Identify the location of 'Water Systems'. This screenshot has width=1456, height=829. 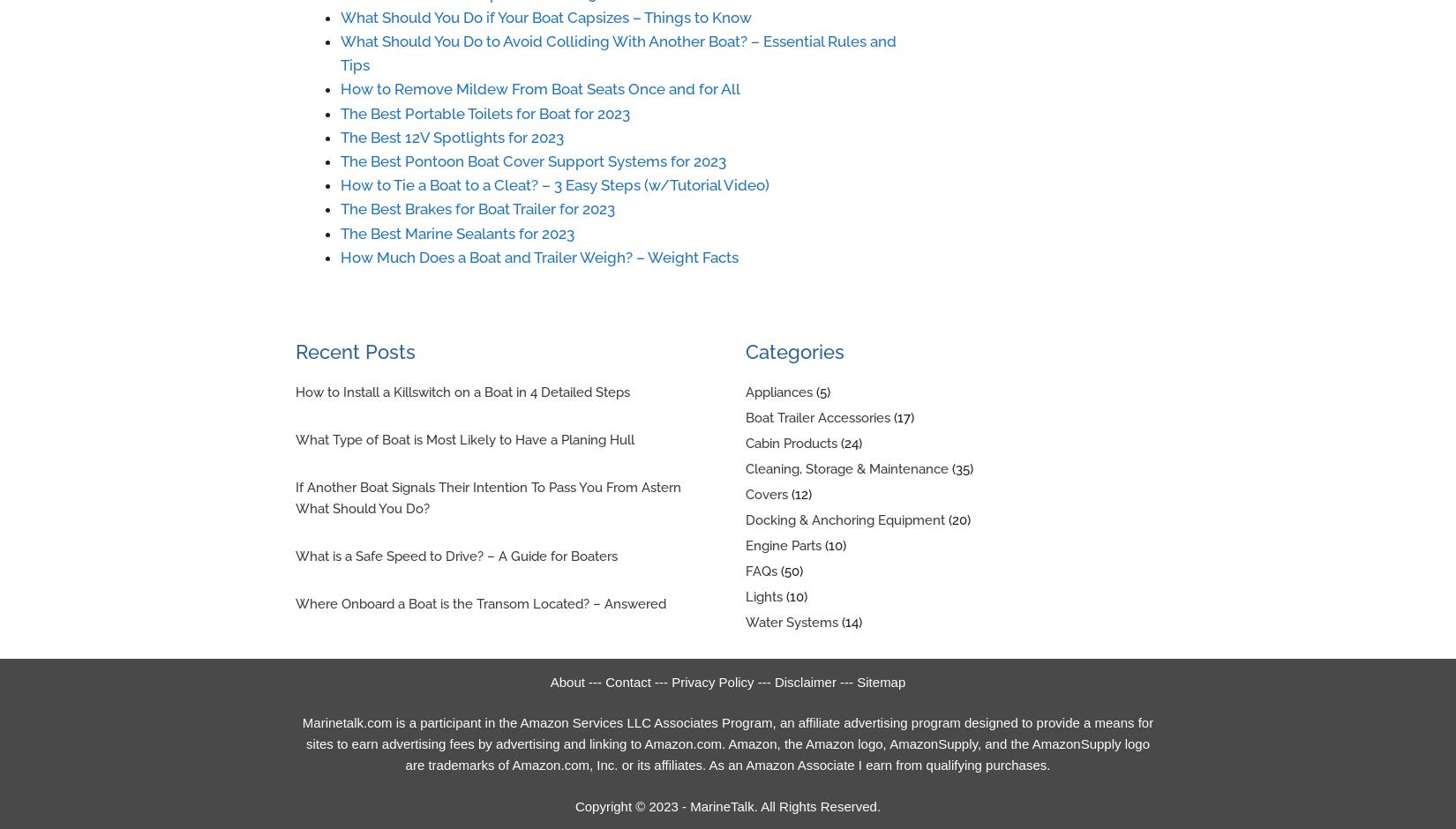
(792, 622).